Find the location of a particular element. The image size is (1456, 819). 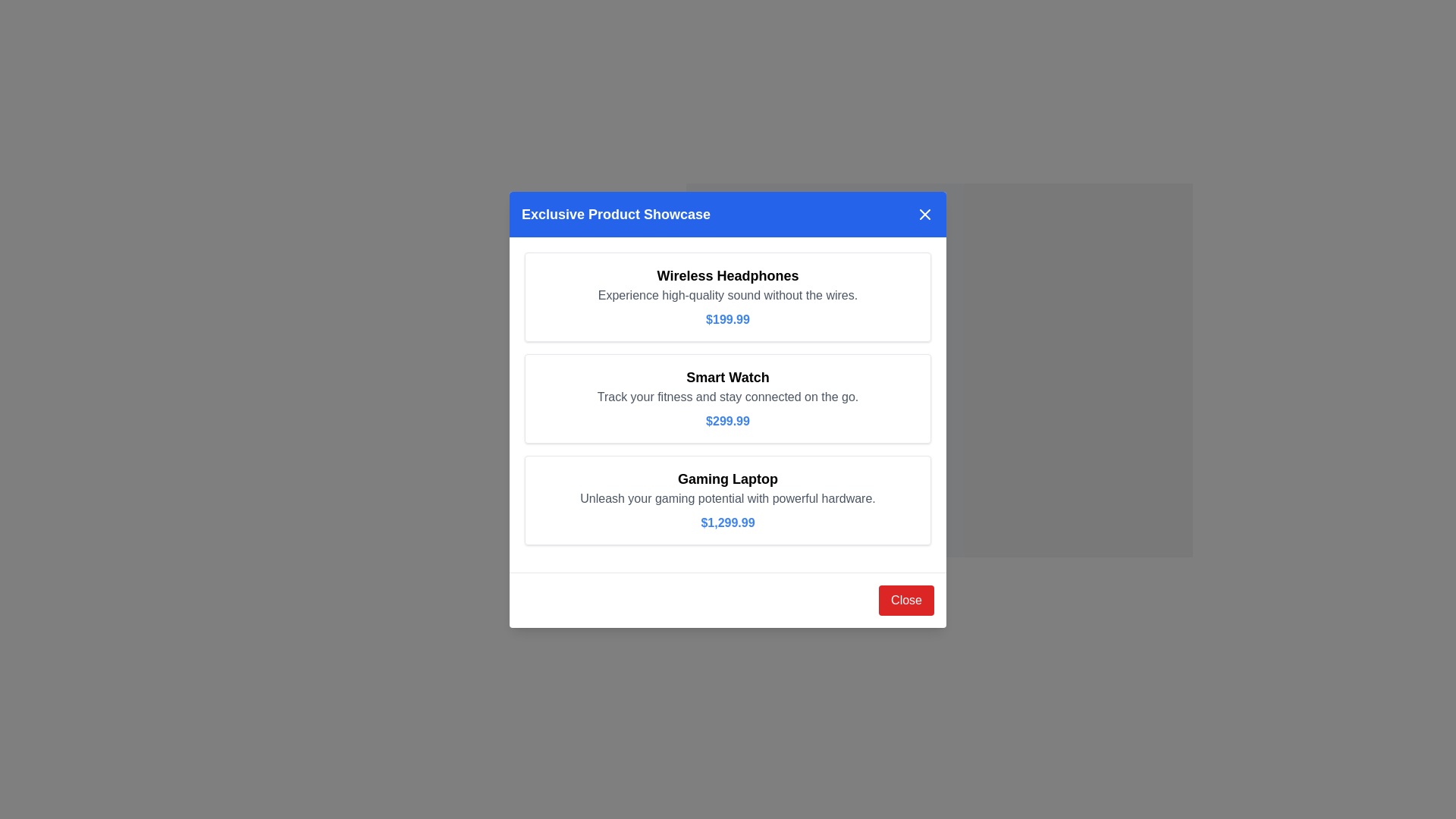

the product title text label located at the top of the product card, which serves to identify the product by name is located at coordinates (728, 275).